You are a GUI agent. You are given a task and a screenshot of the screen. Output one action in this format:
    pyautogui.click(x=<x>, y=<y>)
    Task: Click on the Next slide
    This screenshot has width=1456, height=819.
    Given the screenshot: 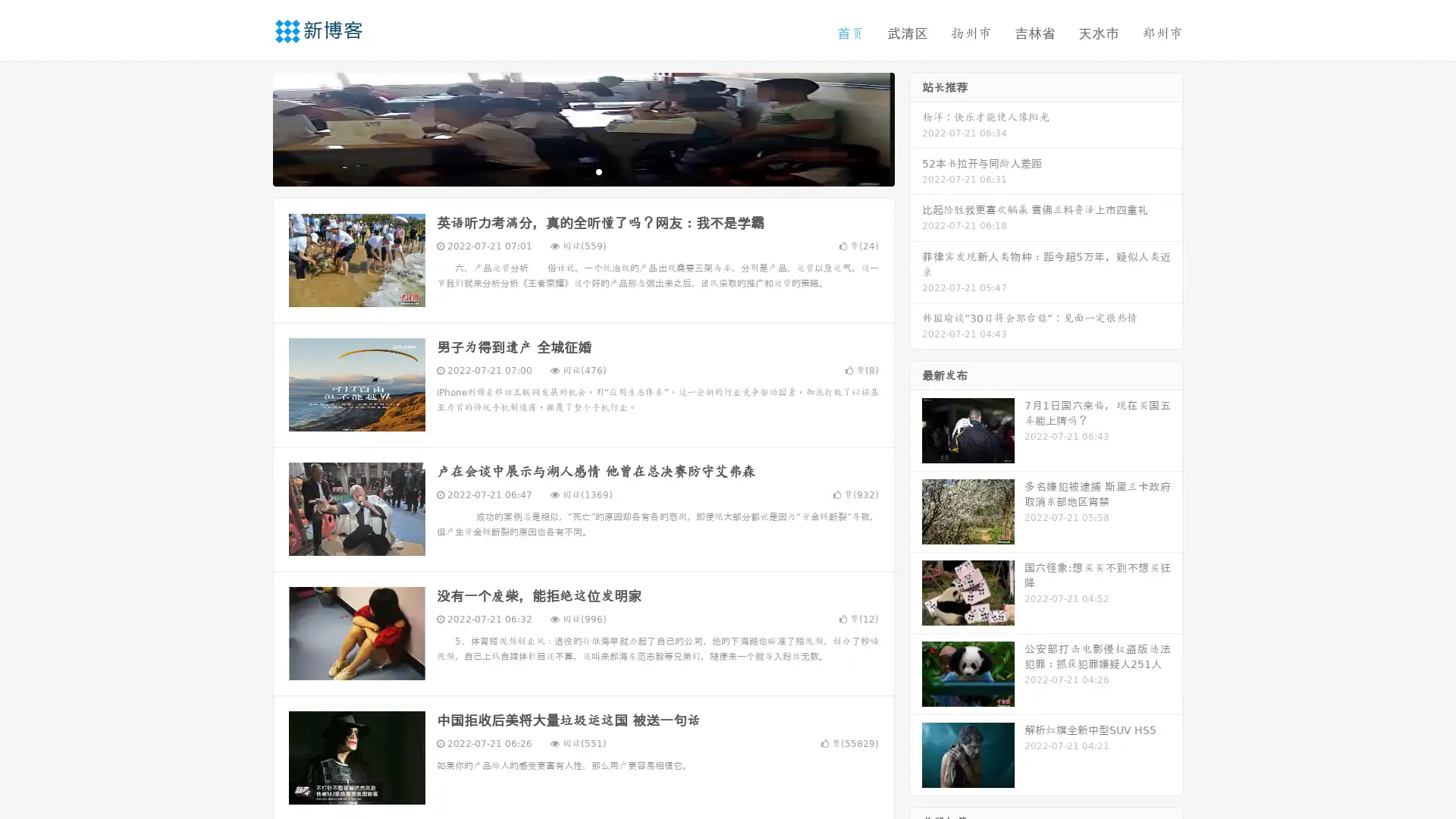 What is the action you would take?
    pyautogui.click(x=916, y=127)
    